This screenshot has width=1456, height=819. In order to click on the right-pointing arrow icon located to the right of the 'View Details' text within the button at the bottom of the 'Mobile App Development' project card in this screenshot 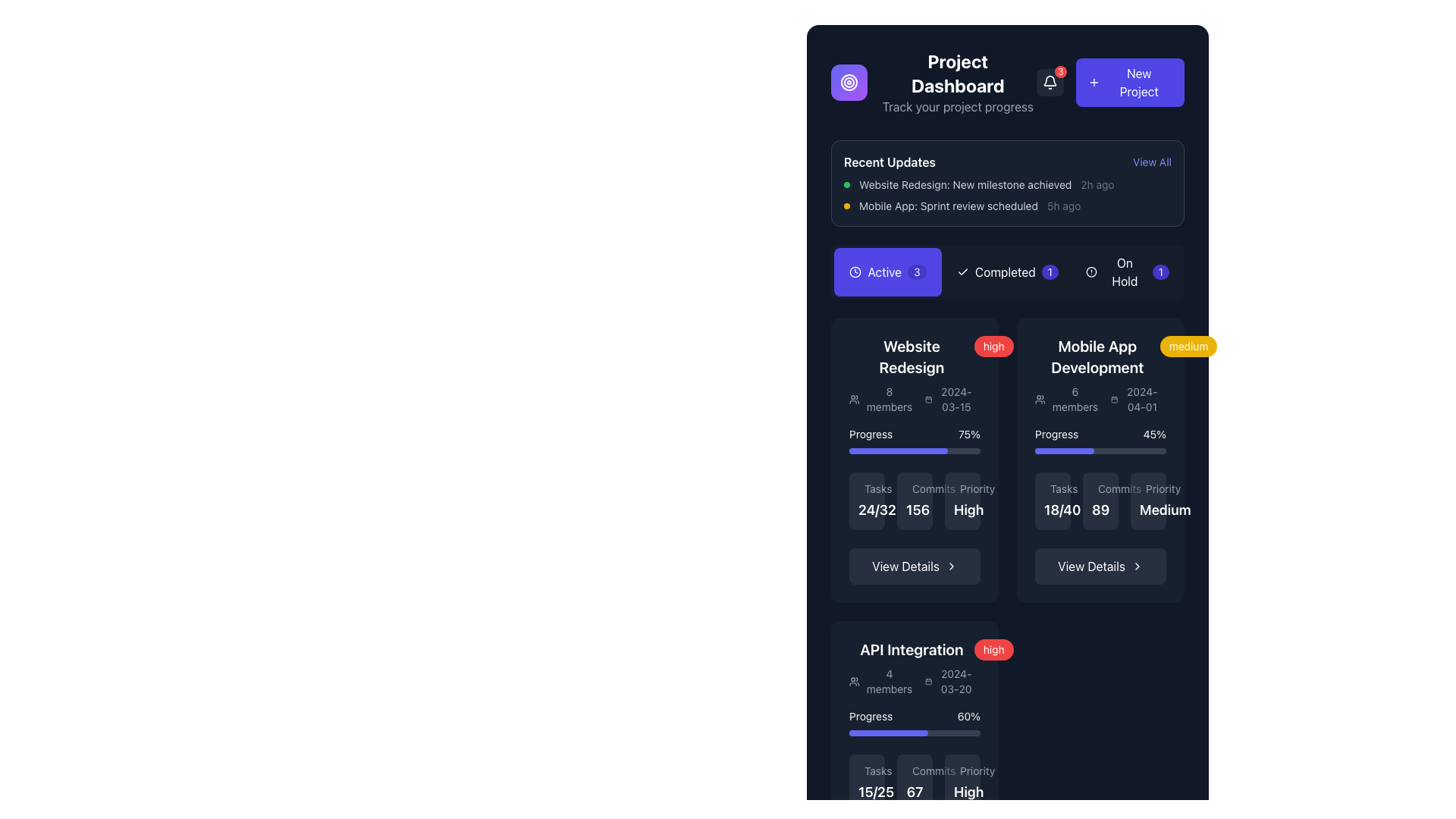, I will do `click(1137, 566)`.